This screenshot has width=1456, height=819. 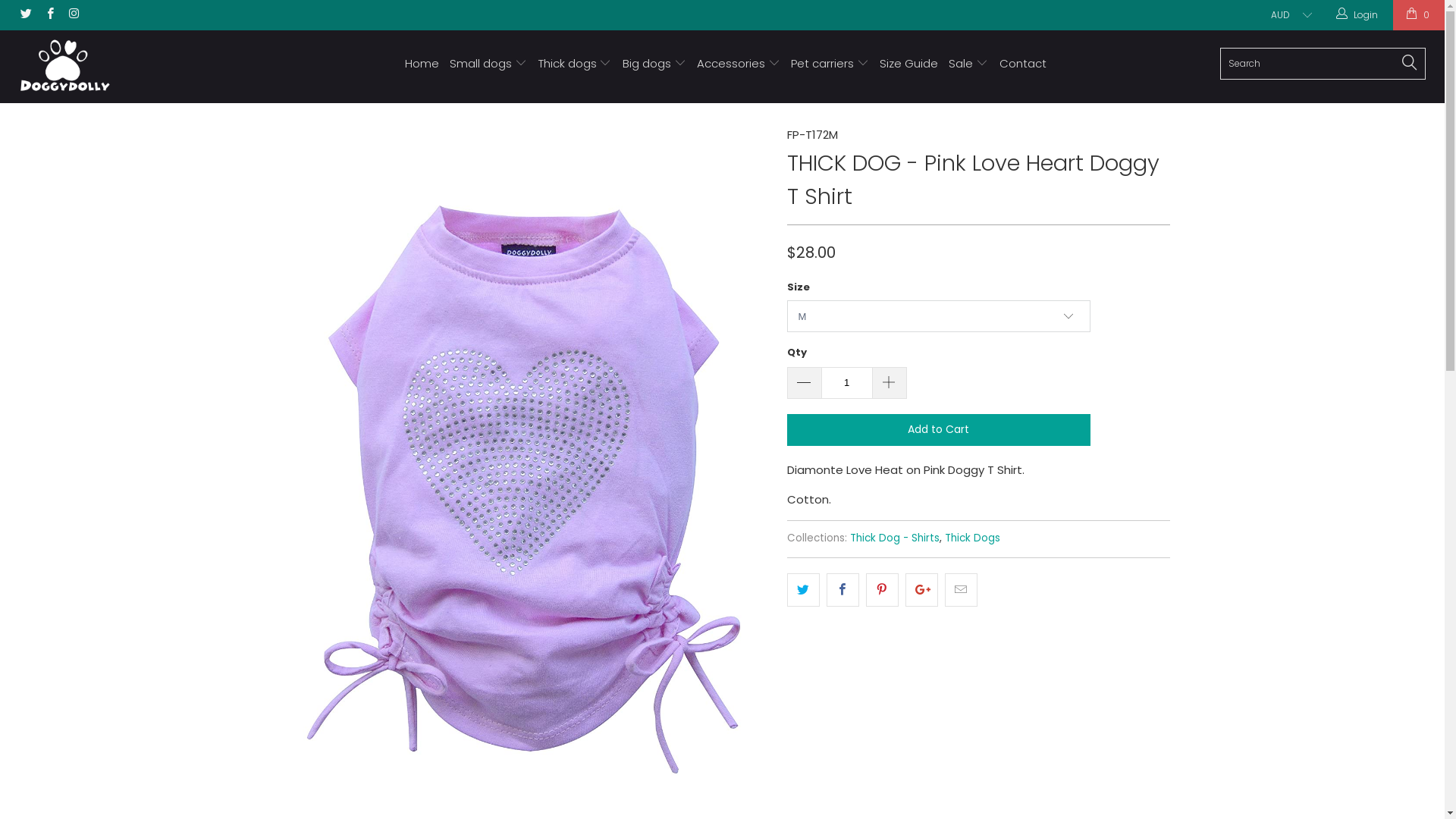 What do you see at coordinates (1418, 14) in the screenshot?
I see `'0'` at bounding box center [1418, 14].